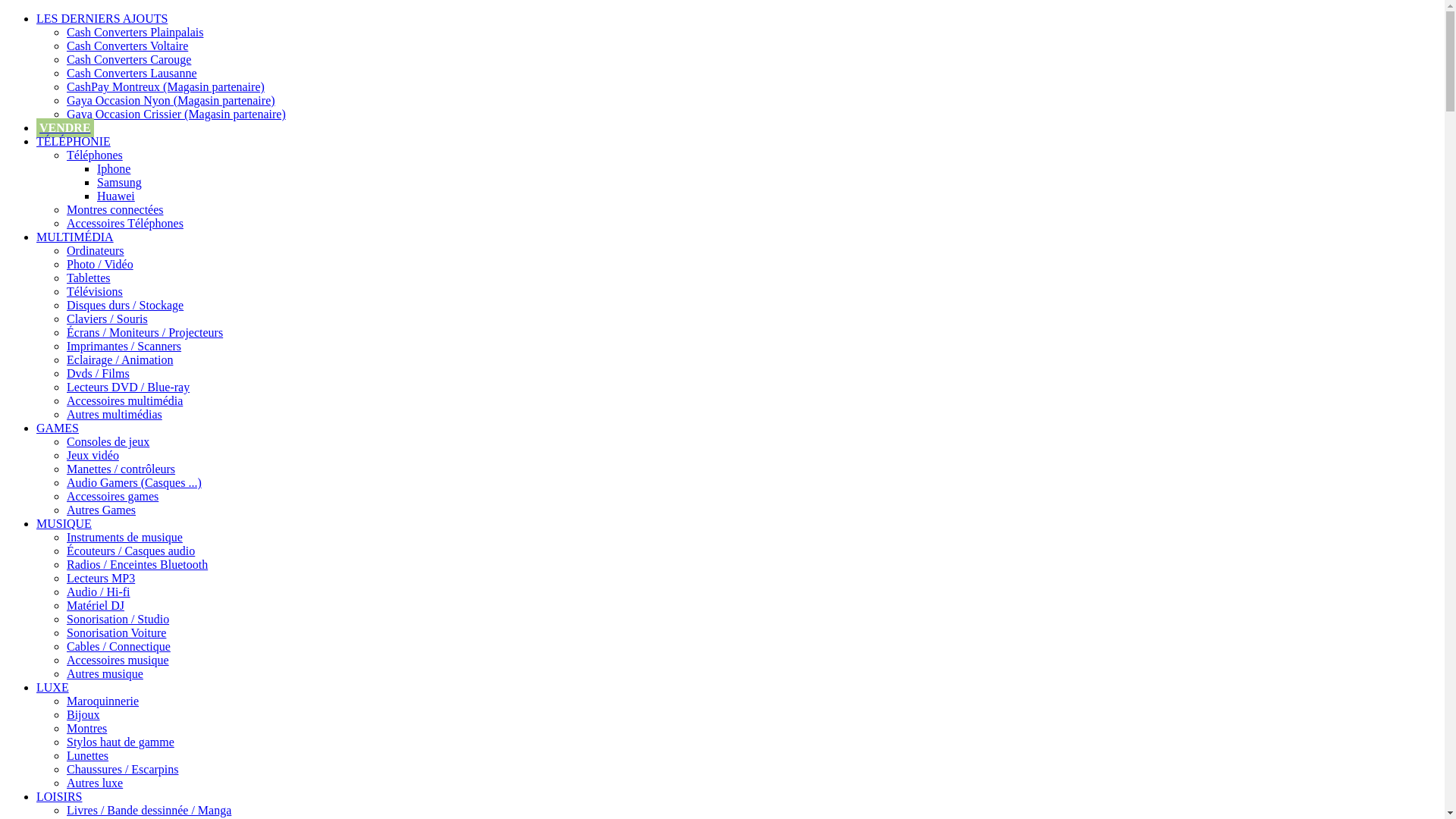  Describe the element at coordinates (115, 632) in the screenshot. I see `'Sonorisation Voiture'` at that location.